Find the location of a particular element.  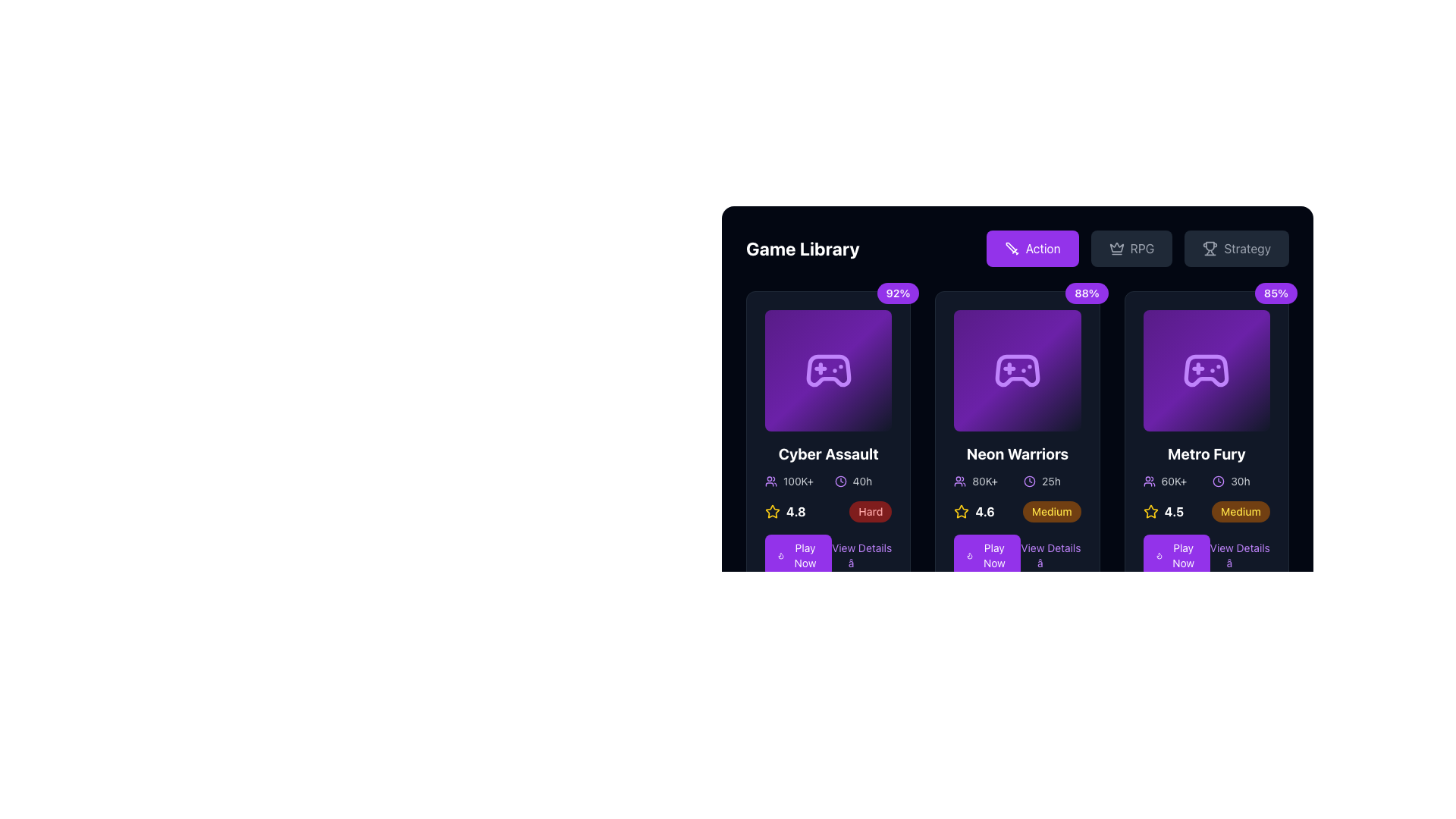

the rating element (4.6) within the 'Neon Warriors' card in the 'Game Library' section is located at coordinates (1018, 512).